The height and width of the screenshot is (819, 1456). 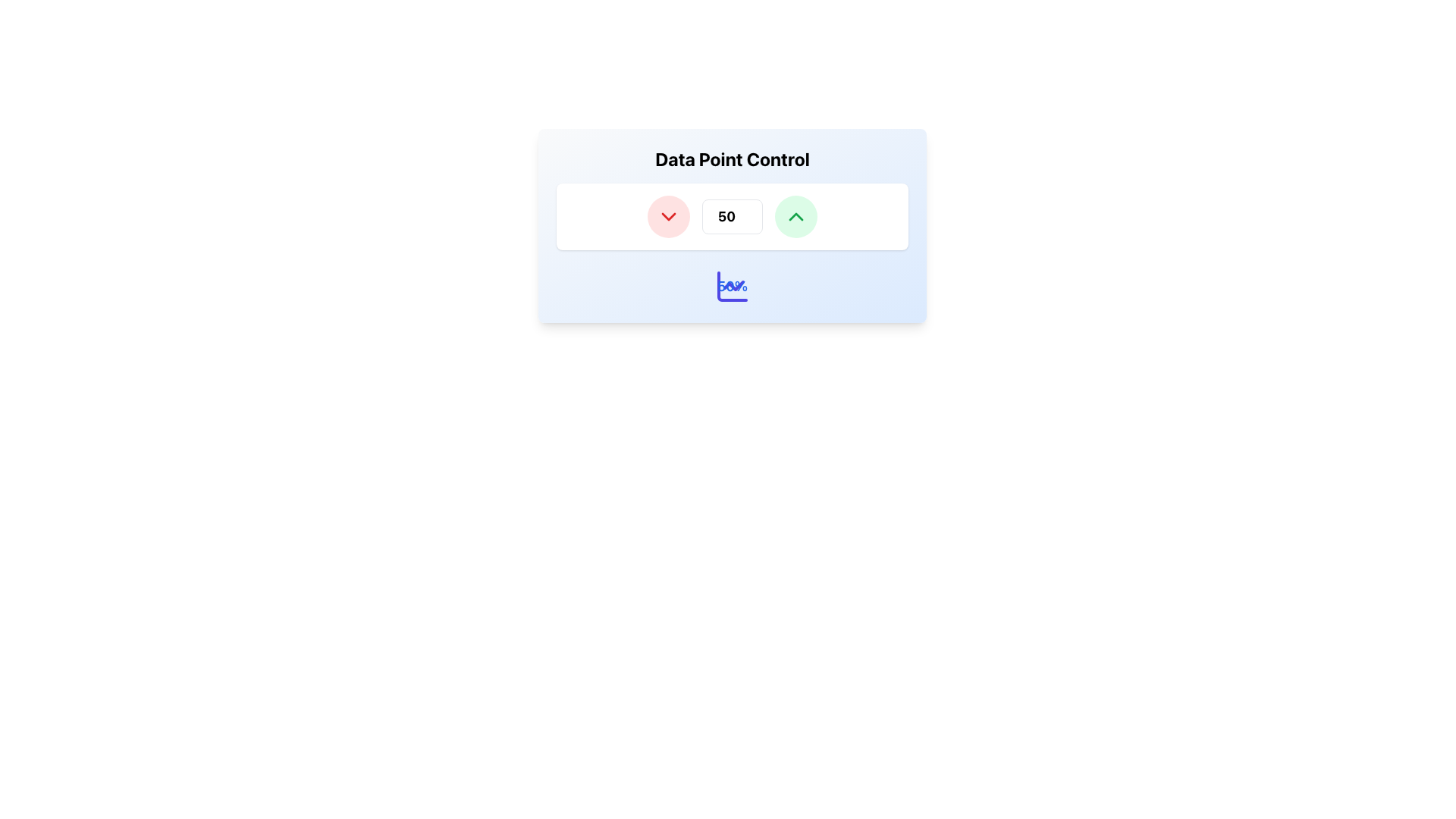 What do you see at coordinates (668, 216) in the screenshot?
I see `the circular red button with a downward chevron icon to decrease the value` at bounding box center [668, 216].